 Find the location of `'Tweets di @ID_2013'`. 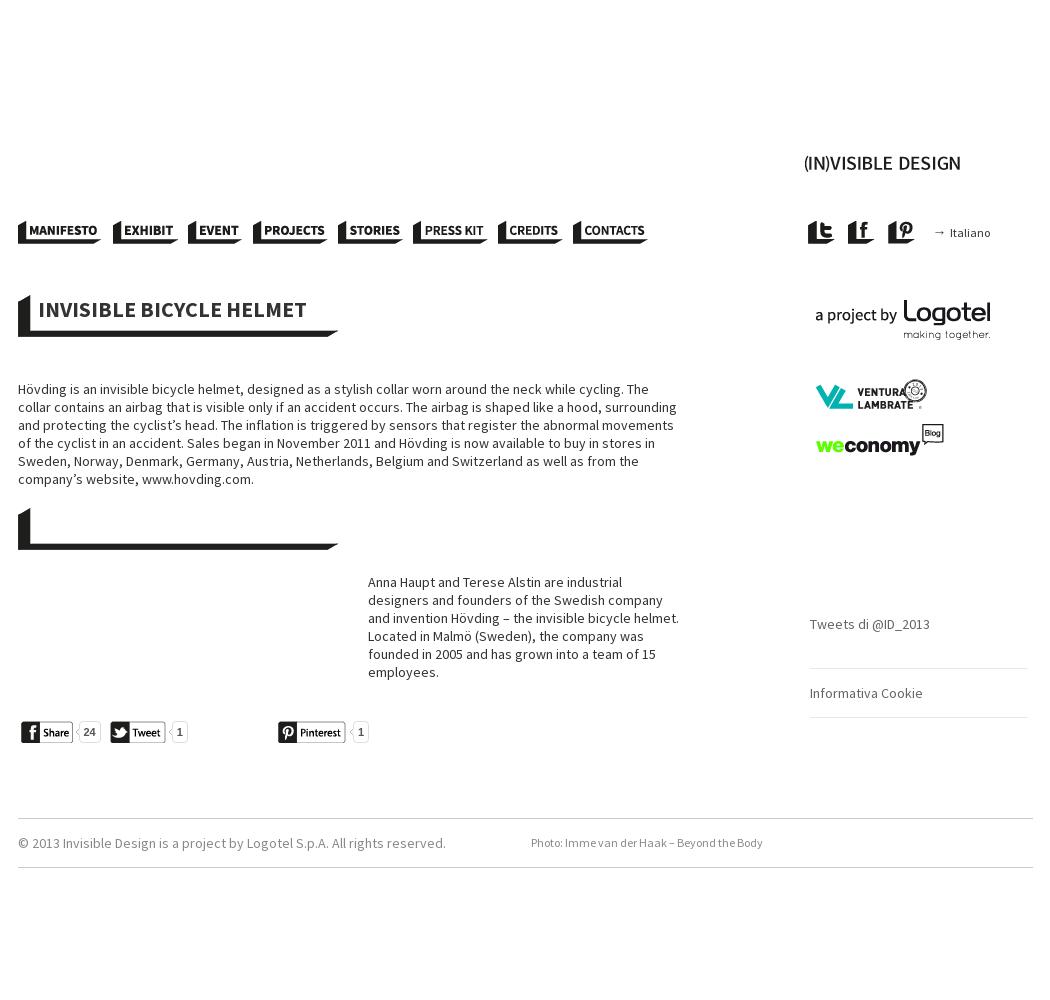

'Tweets di @ID_2013' is located at coordinates (867, 623).